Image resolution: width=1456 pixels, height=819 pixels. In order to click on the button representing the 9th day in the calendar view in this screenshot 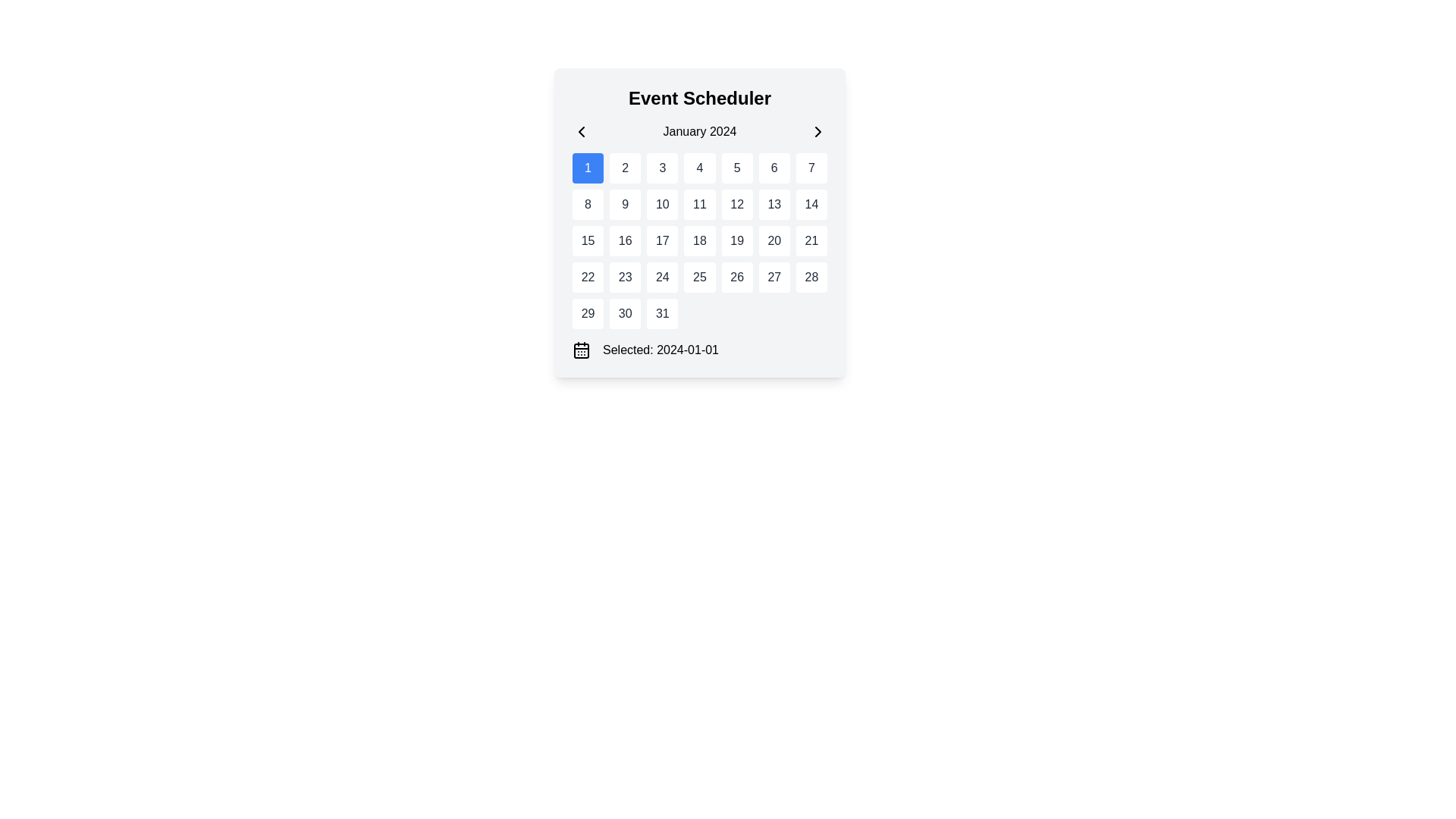, I will do `click(625, 205)`.